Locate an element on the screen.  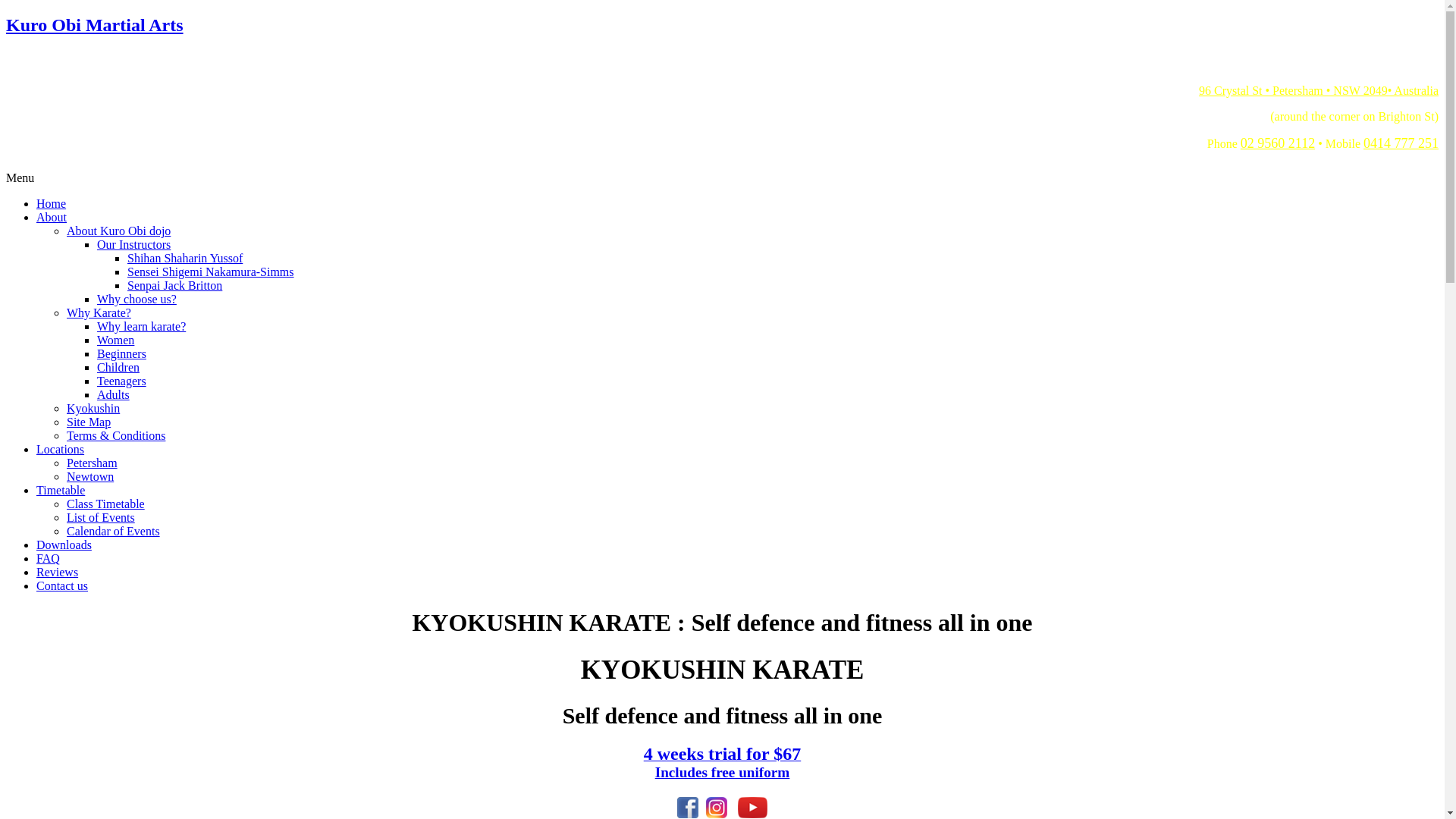
'About' is located at coordinates (51, 217).